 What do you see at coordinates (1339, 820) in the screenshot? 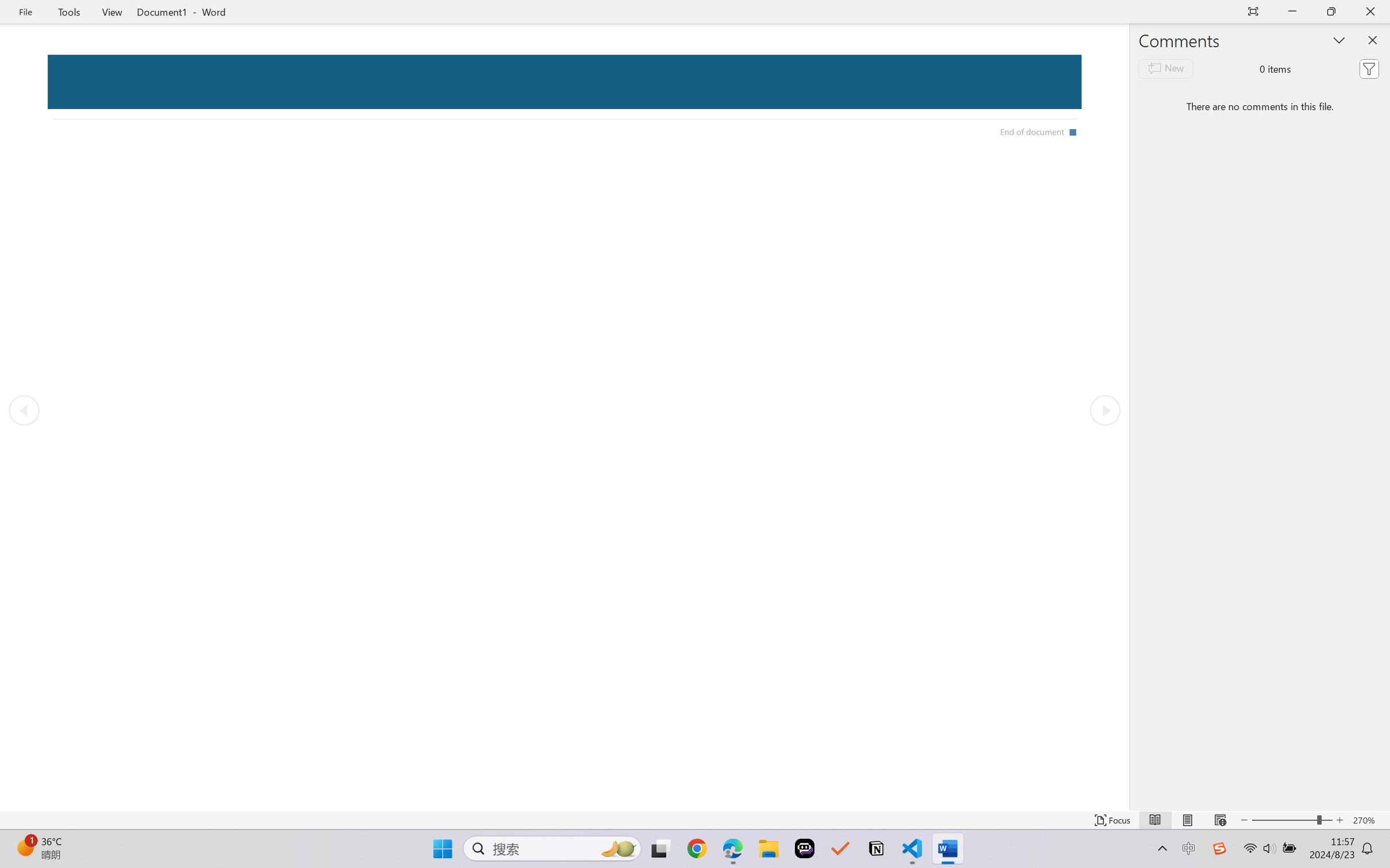
I see `'Increase Text Size'` at bounding box center [1339, 820].